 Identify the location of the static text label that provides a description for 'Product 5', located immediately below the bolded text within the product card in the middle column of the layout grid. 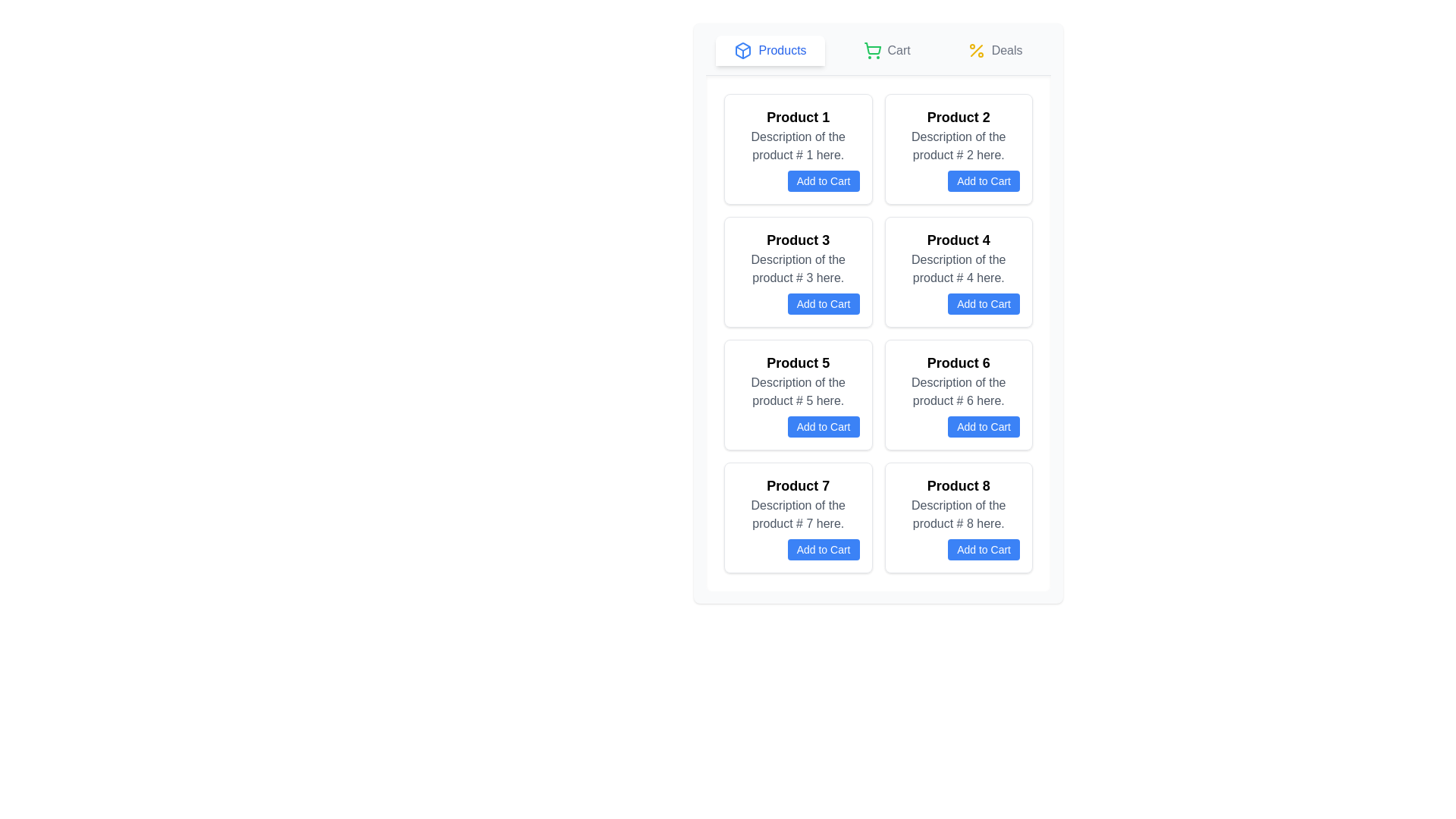
(797, 391).